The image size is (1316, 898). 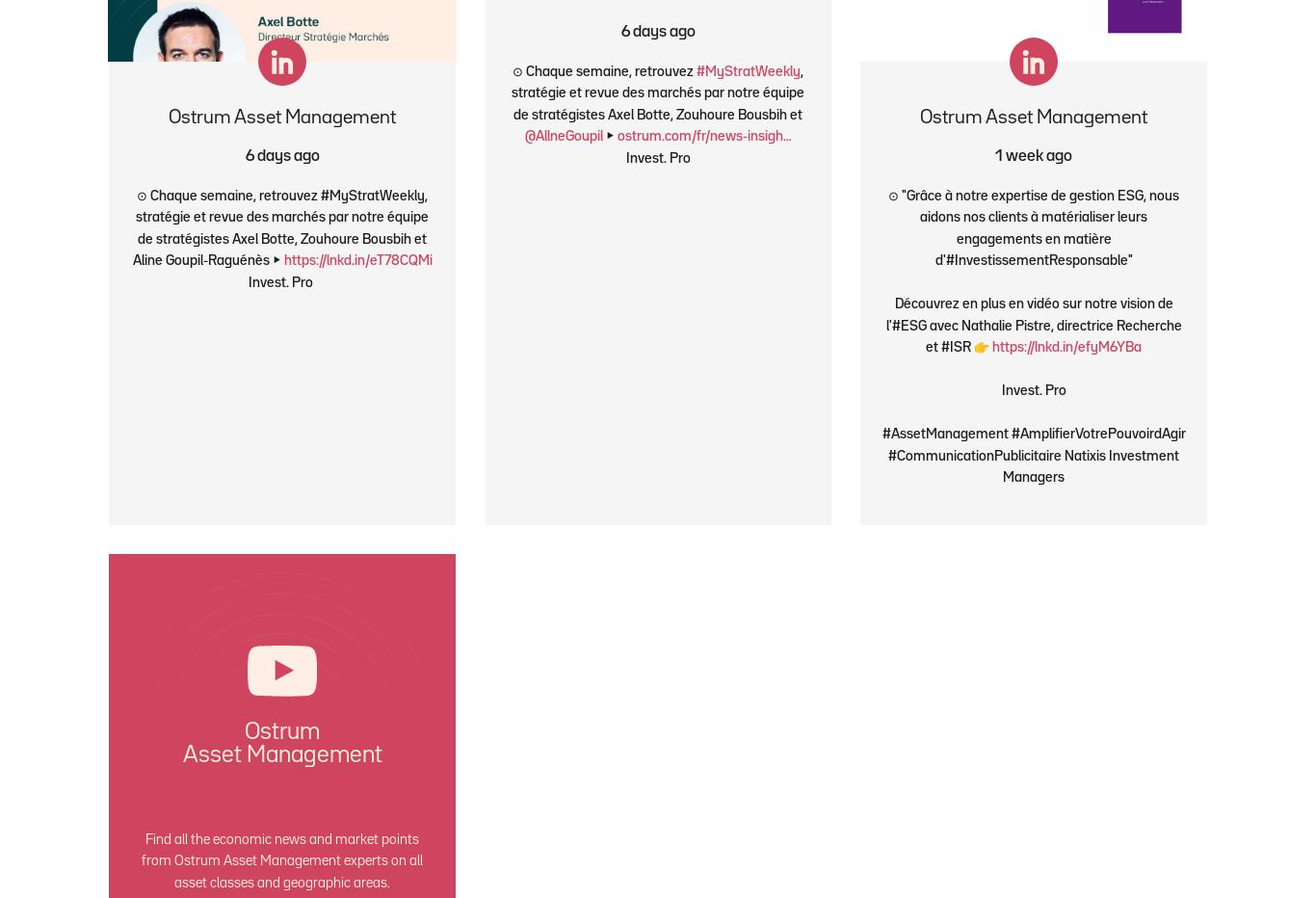 I want to click on 'Asset Management', so click(x=281, y=754).